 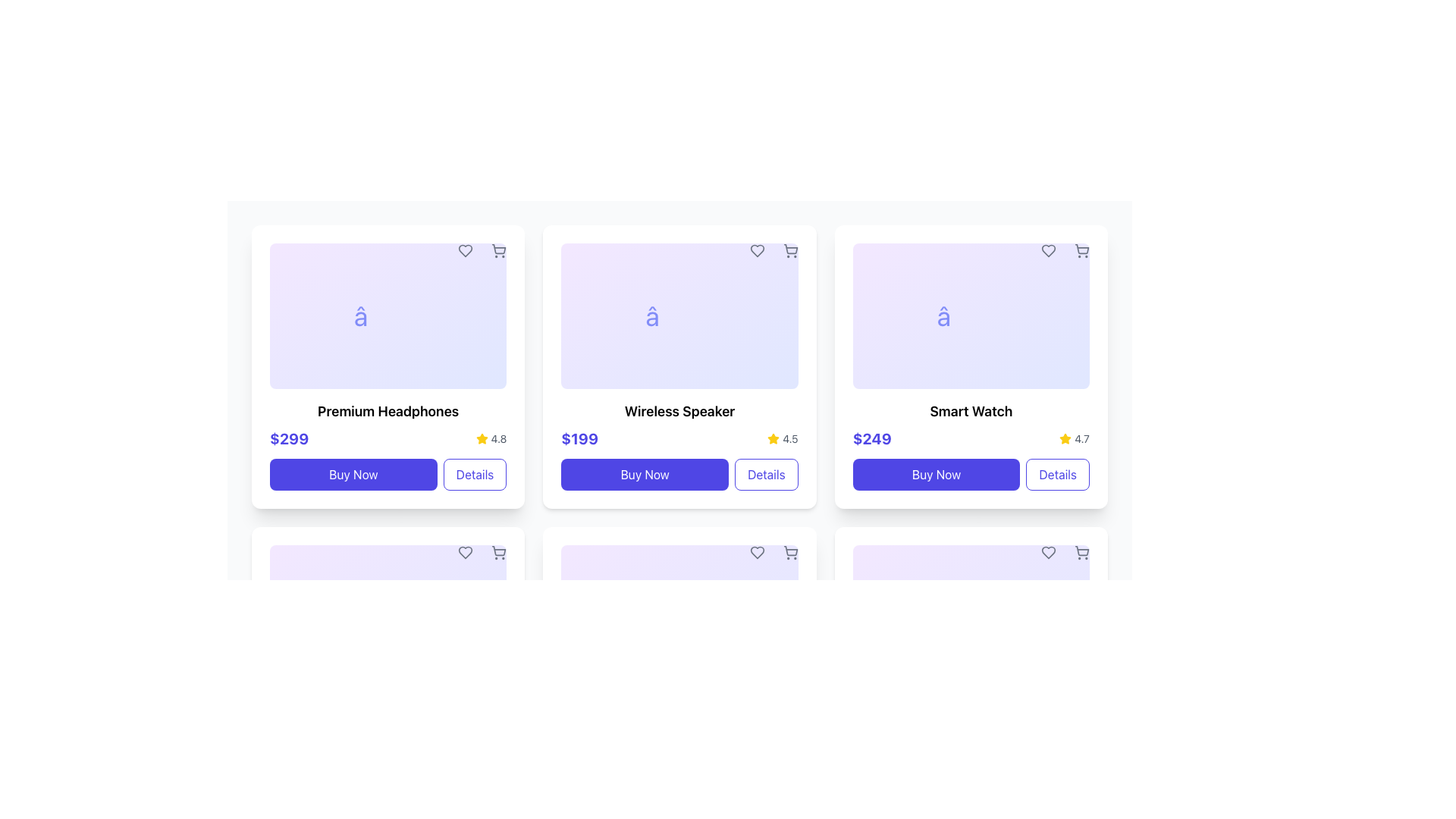 What do you see at coordinates (1047, 553) in the screenshot?
I see `the heart icon button located in the top-right corner of the 'Smart Watch' card to mark the item as favorite` at bounding box center [1047, 553].